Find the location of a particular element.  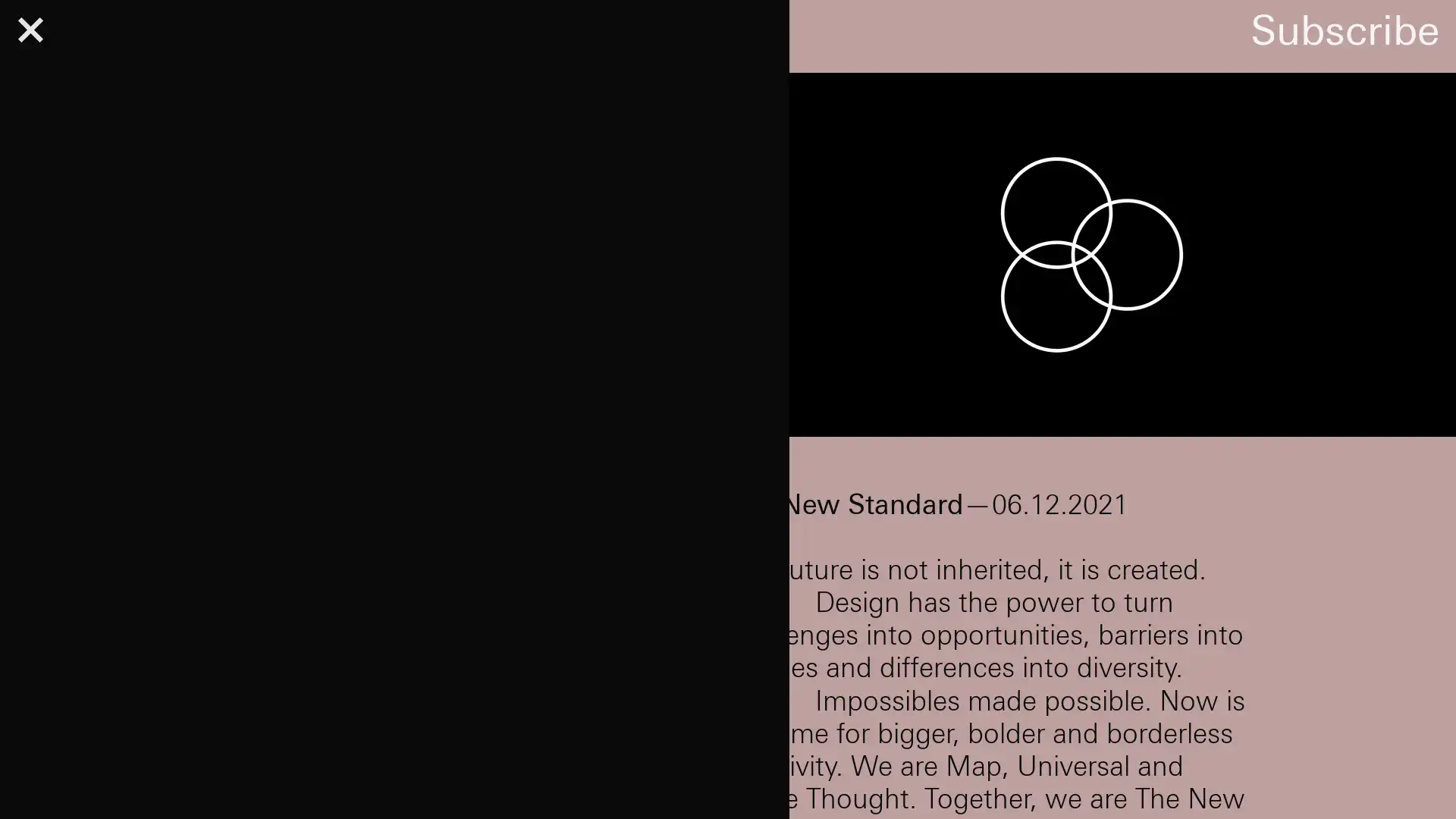

Subscribe is located at coordinates (75, 285).